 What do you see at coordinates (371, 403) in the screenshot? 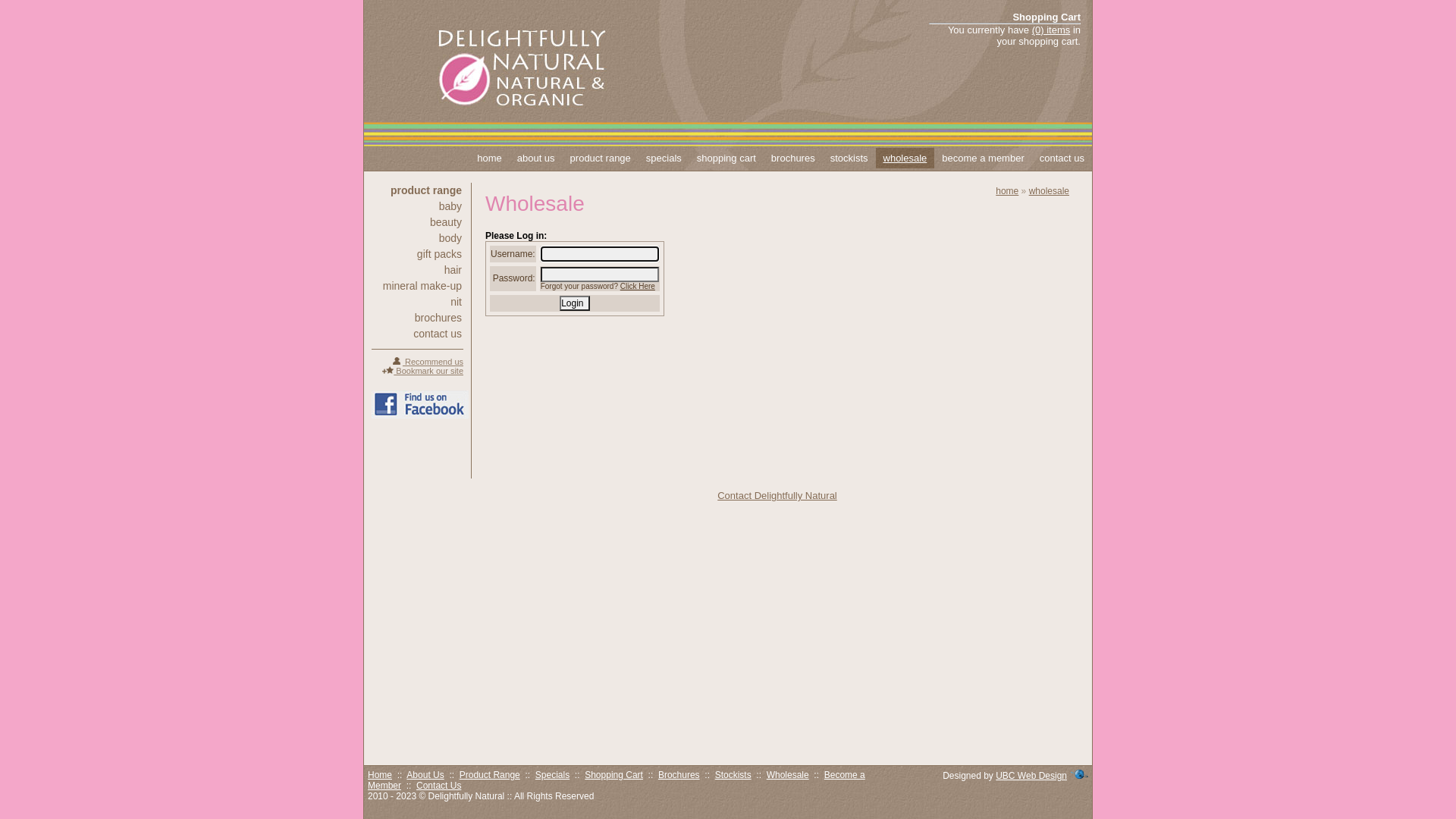
I see `'Find Delightfully Natural on Facebook'` at bounding box center [371, 403].